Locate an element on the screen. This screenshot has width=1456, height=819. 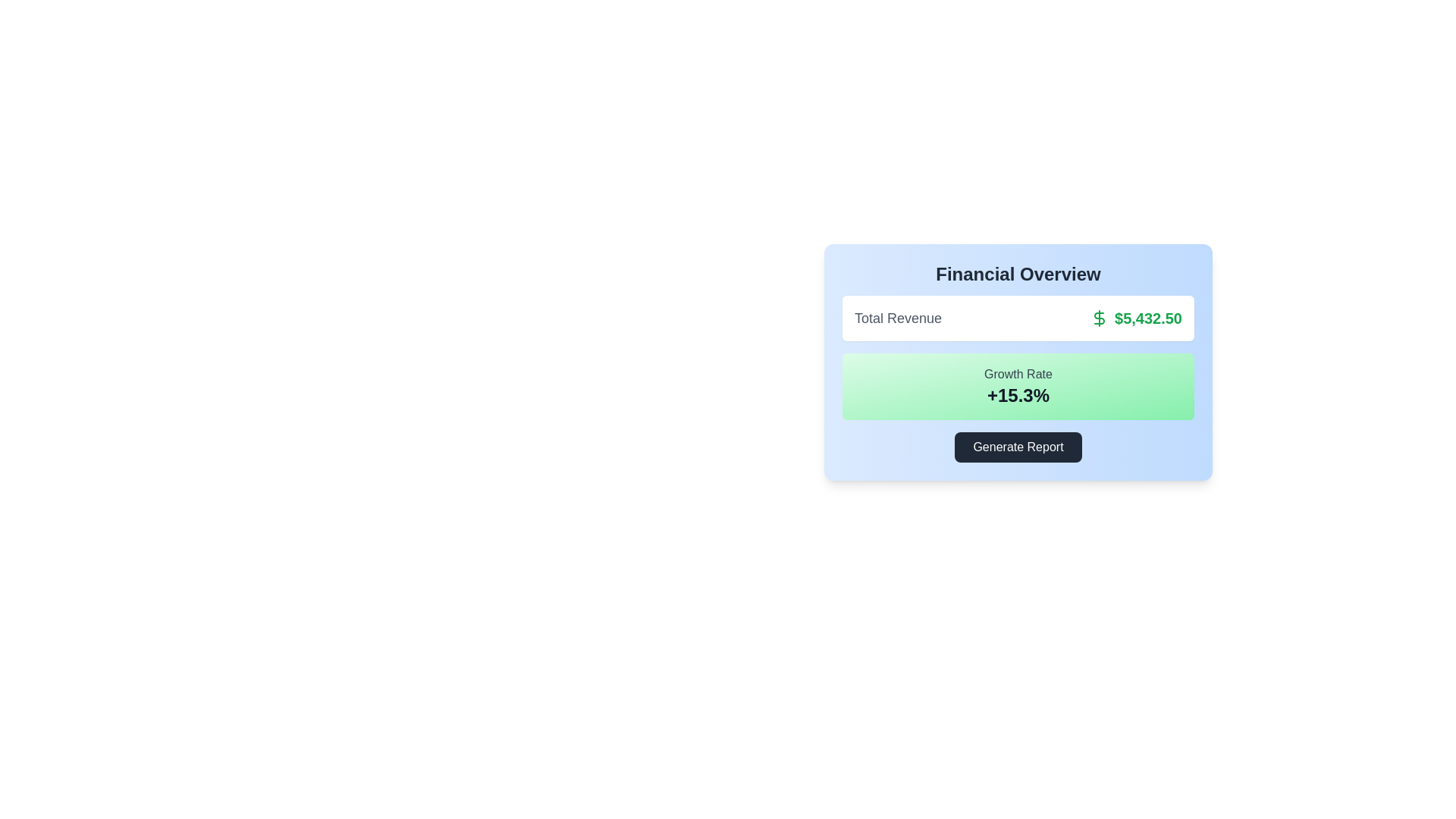
the total revenue text display element, which is positioned to the right of the dollar-symbol icon and aligned with the 'Total Revenue' label is located at coordinates (1136, 318).